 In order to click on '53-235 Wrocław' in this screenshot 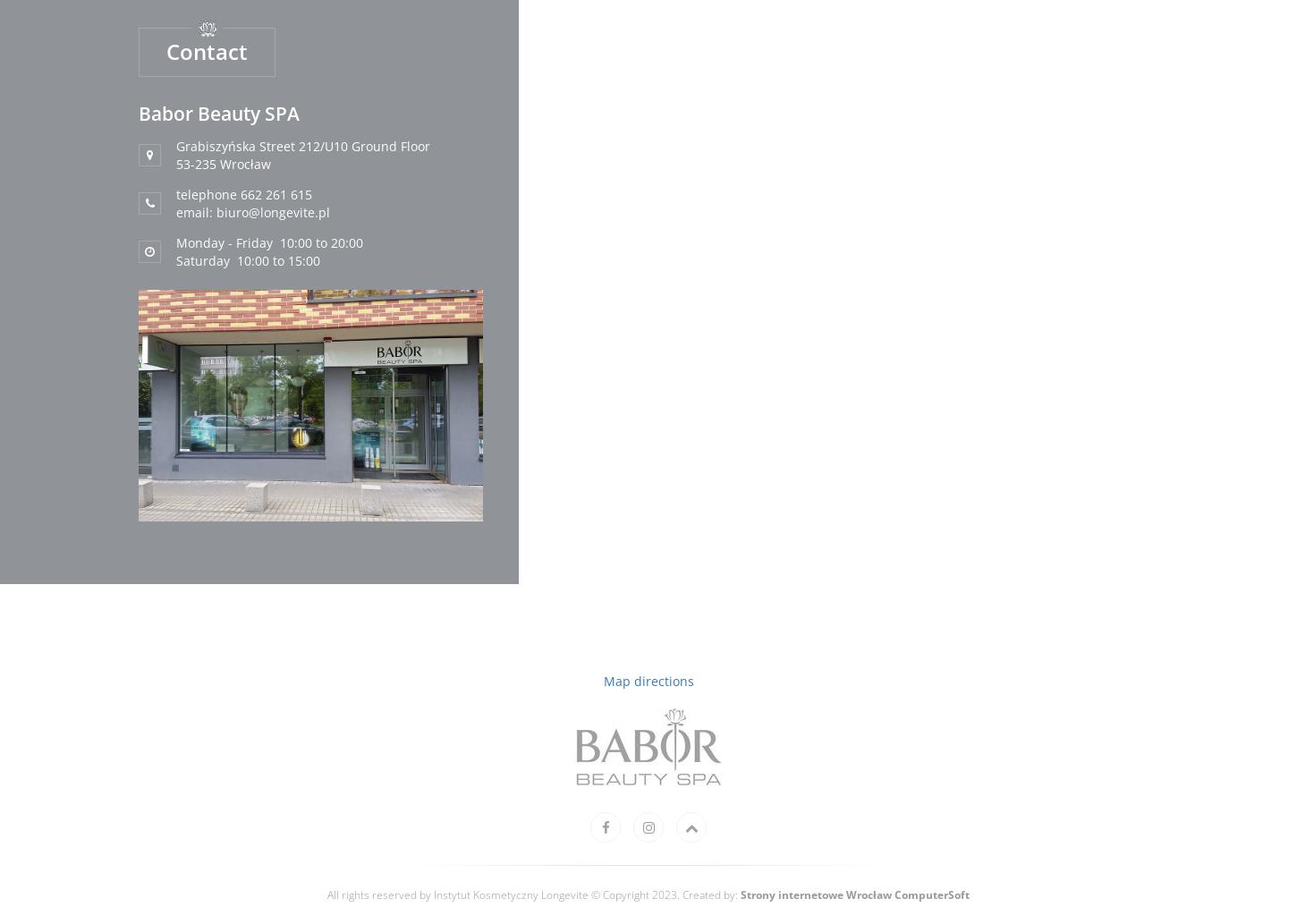, I will do `click(175, 162)`.